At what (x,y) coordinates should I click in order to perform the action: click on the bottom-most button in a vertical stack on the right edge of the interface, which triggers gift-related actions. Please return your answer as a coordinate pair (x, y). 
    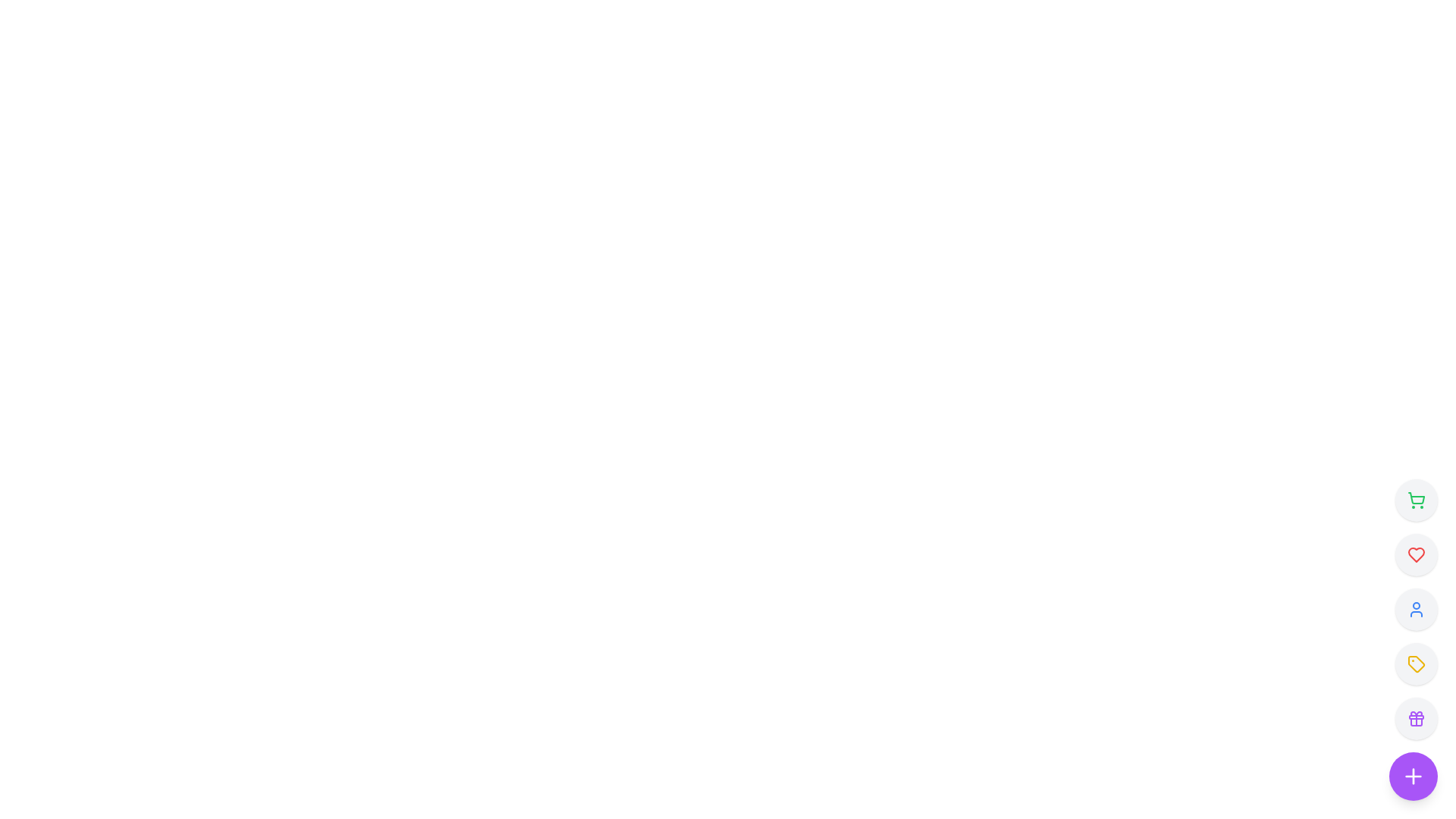
    Looking at the image, I should click on (1415, 718).